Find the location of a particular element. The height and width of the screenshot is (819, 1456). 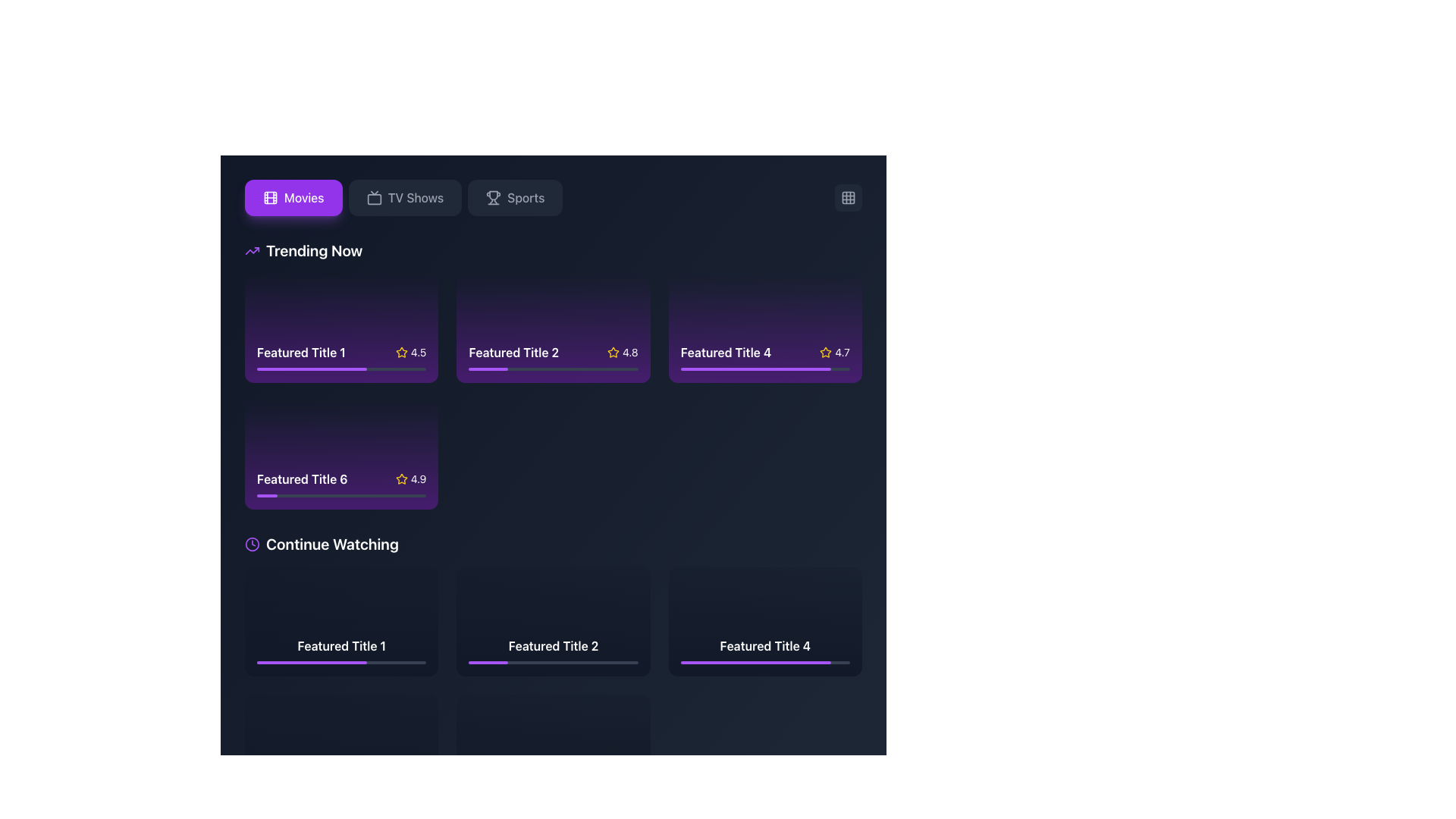

the 'Featured Title 4' content card in the 'Continue Watching' section is located at coordinates (765, 649).